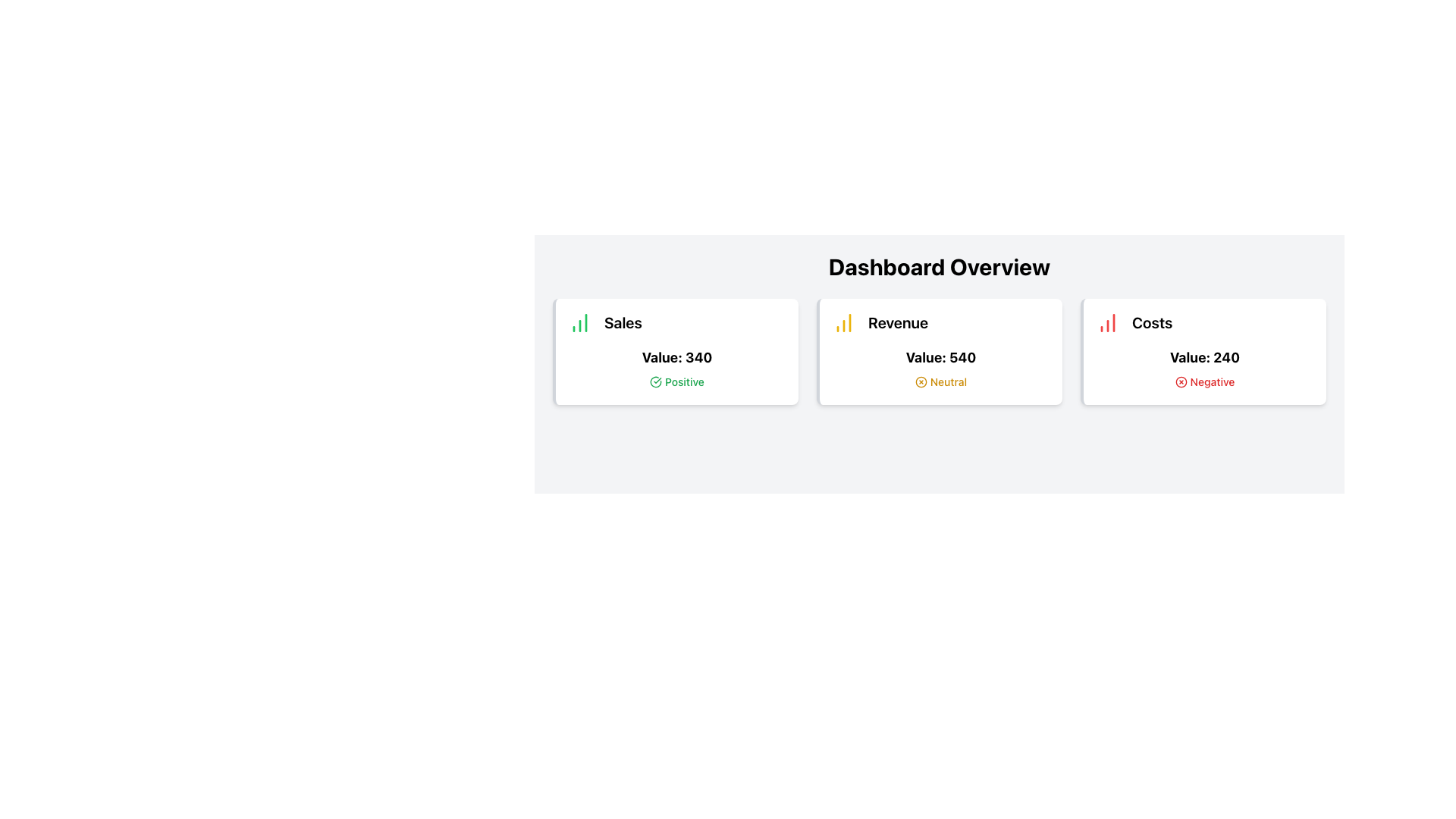 Image resolution: width=1456 pixels, height=819 pixels. Describe the element at coordinates (1107, 322) in the screenshot. I see `the 'Costs' icon located` at that location.